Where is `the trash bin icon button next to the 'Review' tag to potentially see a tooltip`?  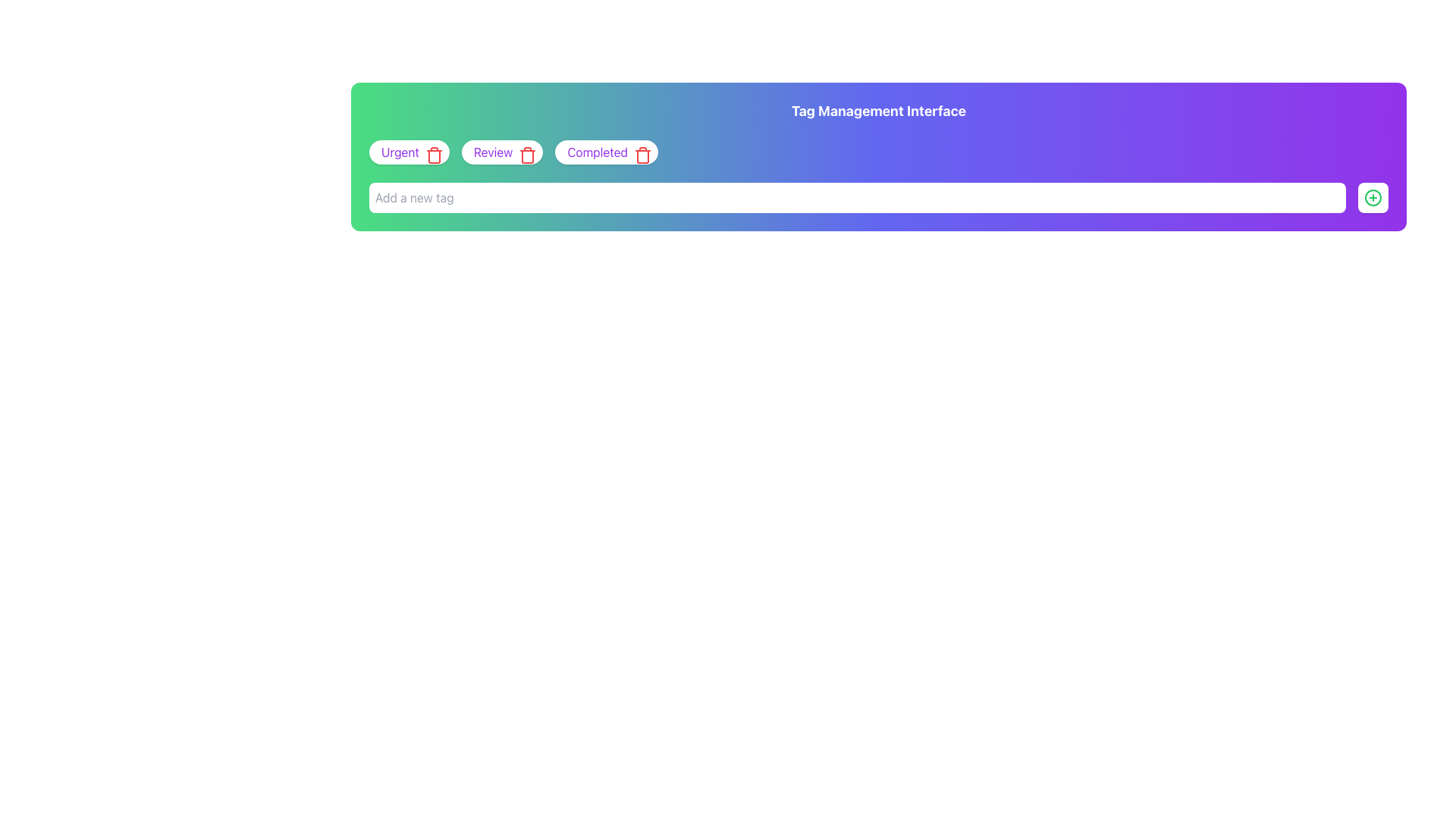
the trash bin icon button next to the 'Review' tag to potentially see a tooltip is located at coordinates (528, 155).